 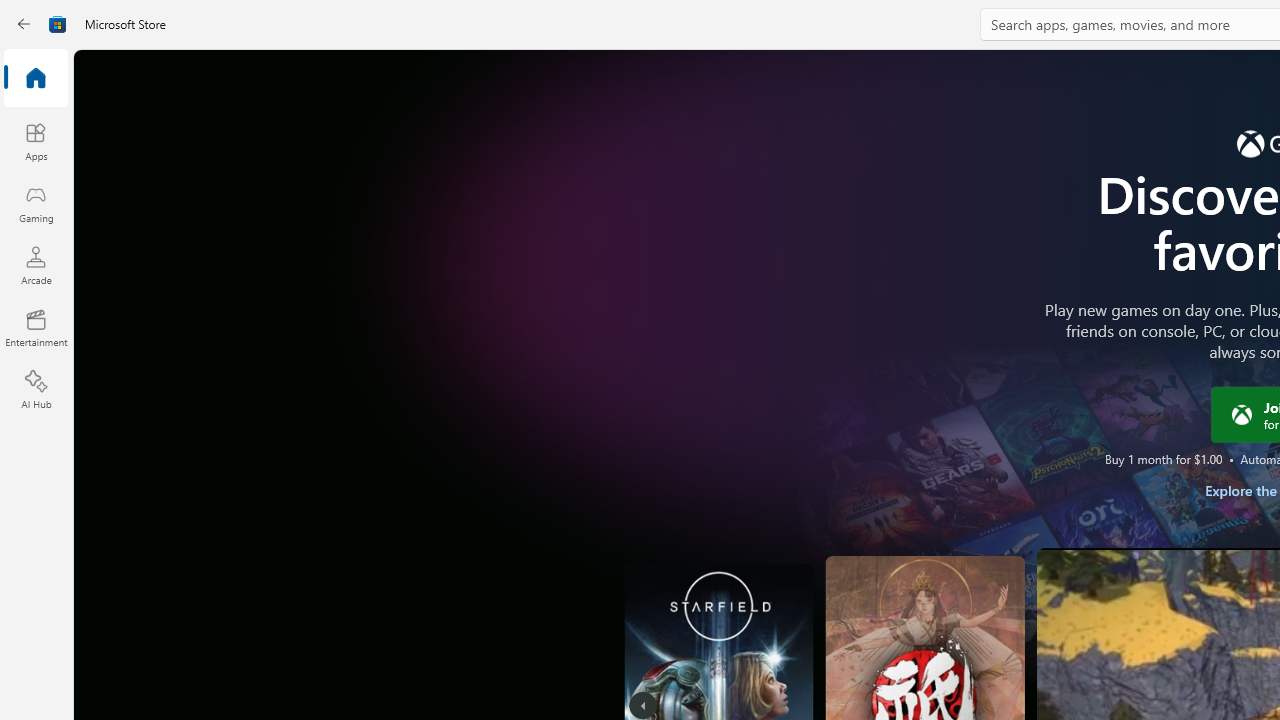 What do you see at coordinates (24, 24) in the screenshot?
I see `'Back'` at bounding box center [24, 24].